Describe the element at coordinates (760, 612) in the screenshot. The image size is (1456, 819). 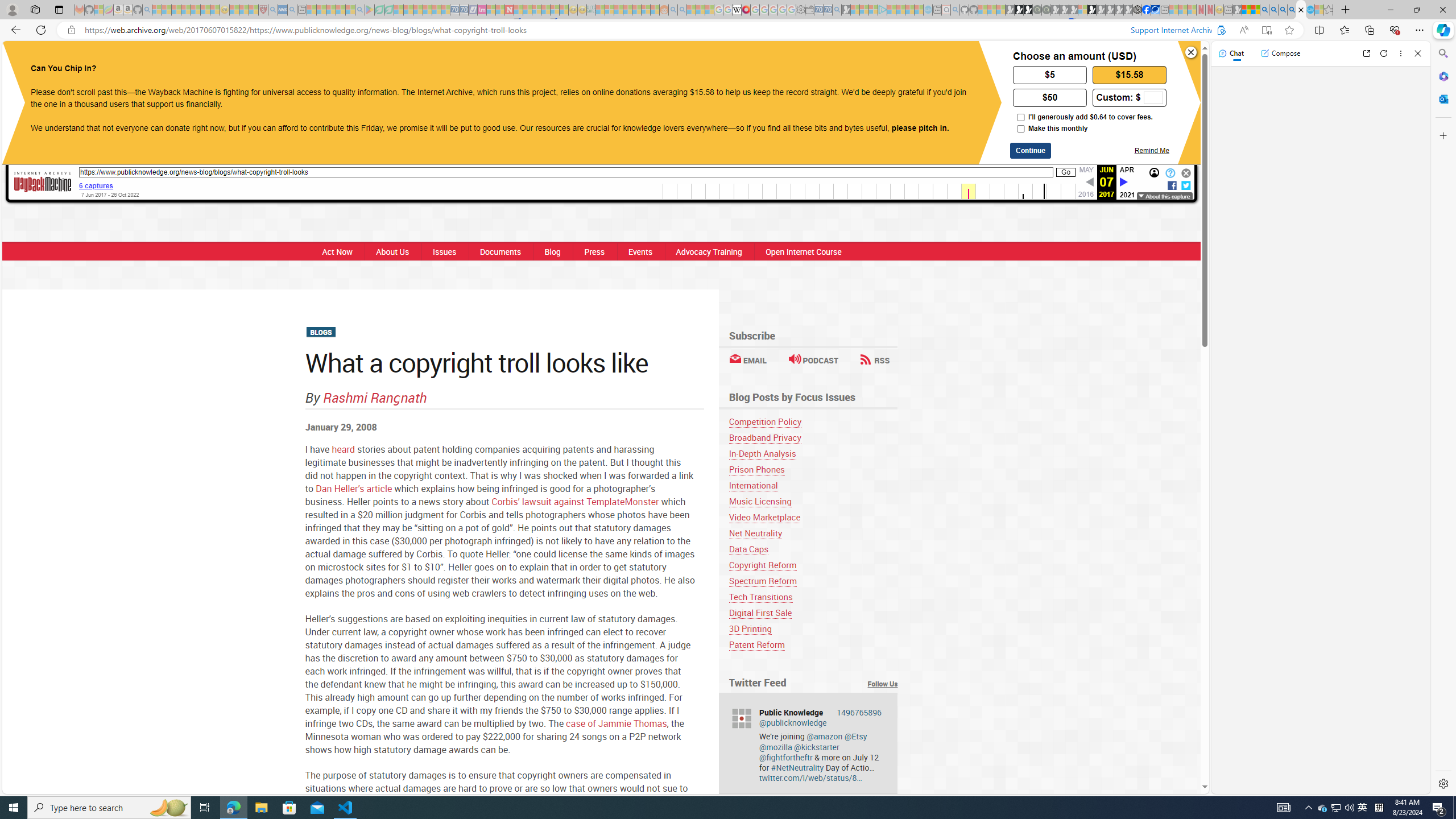
I see `'Digital First Sale'` at that location.